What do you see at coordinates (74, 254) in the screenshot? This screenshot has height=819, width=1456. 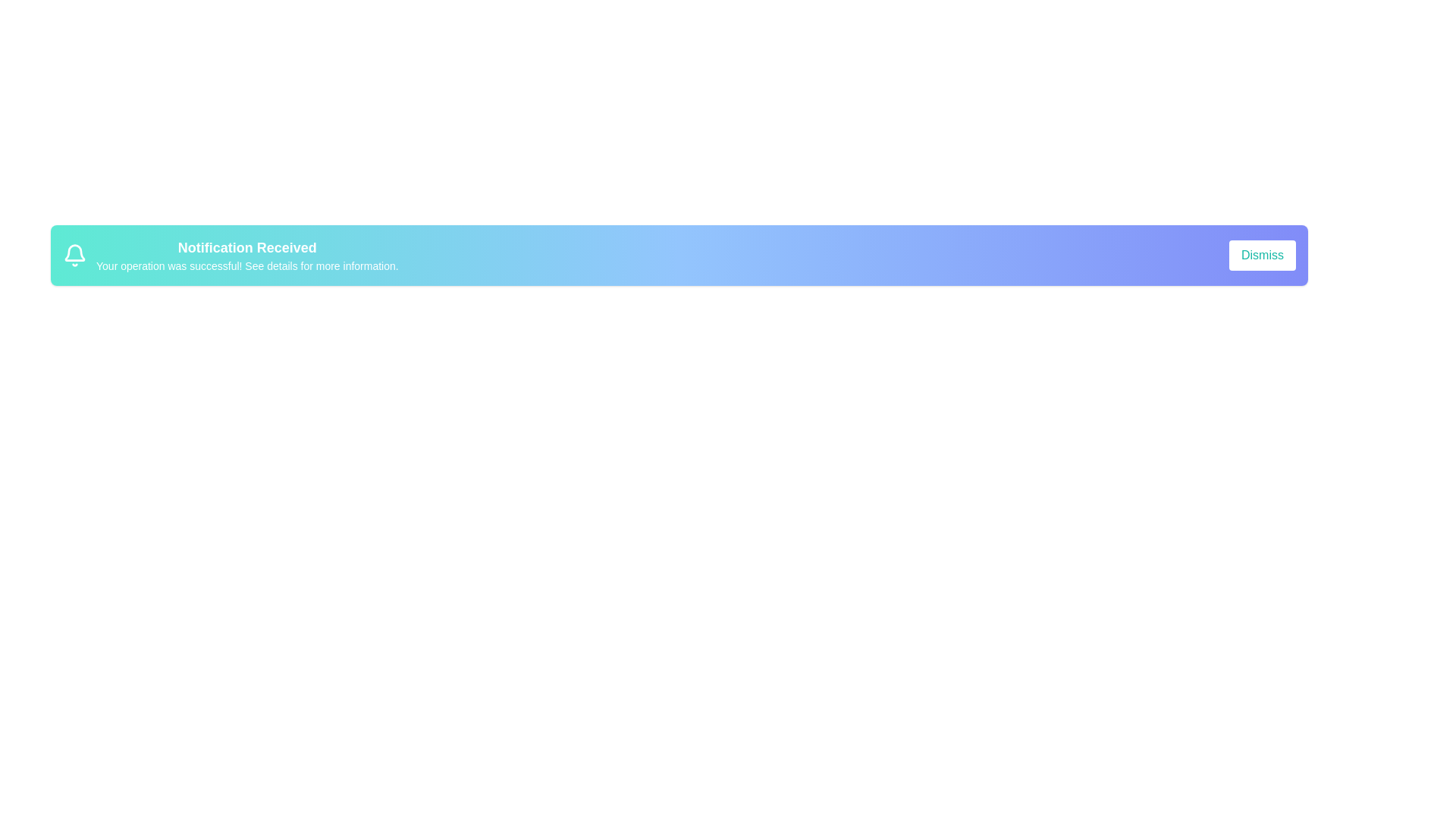 I see `the alert icon to focus on it` at bounding box center [74, 254].